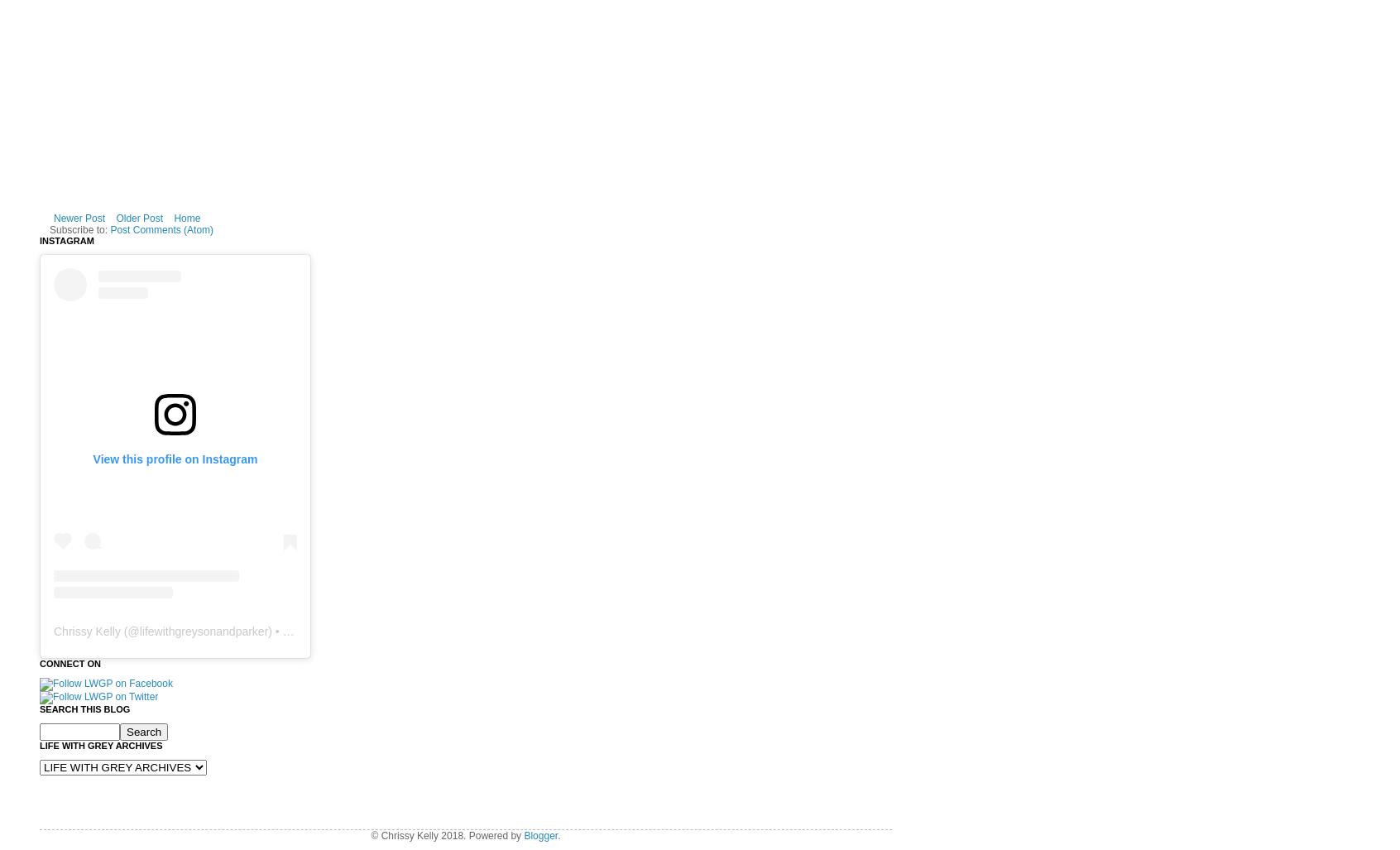 This screenshot has height=850, width=1400. Describe the element at coordinates (161, 228) in the screenshot. I see `'Post Comments (Atom)'` at that location.